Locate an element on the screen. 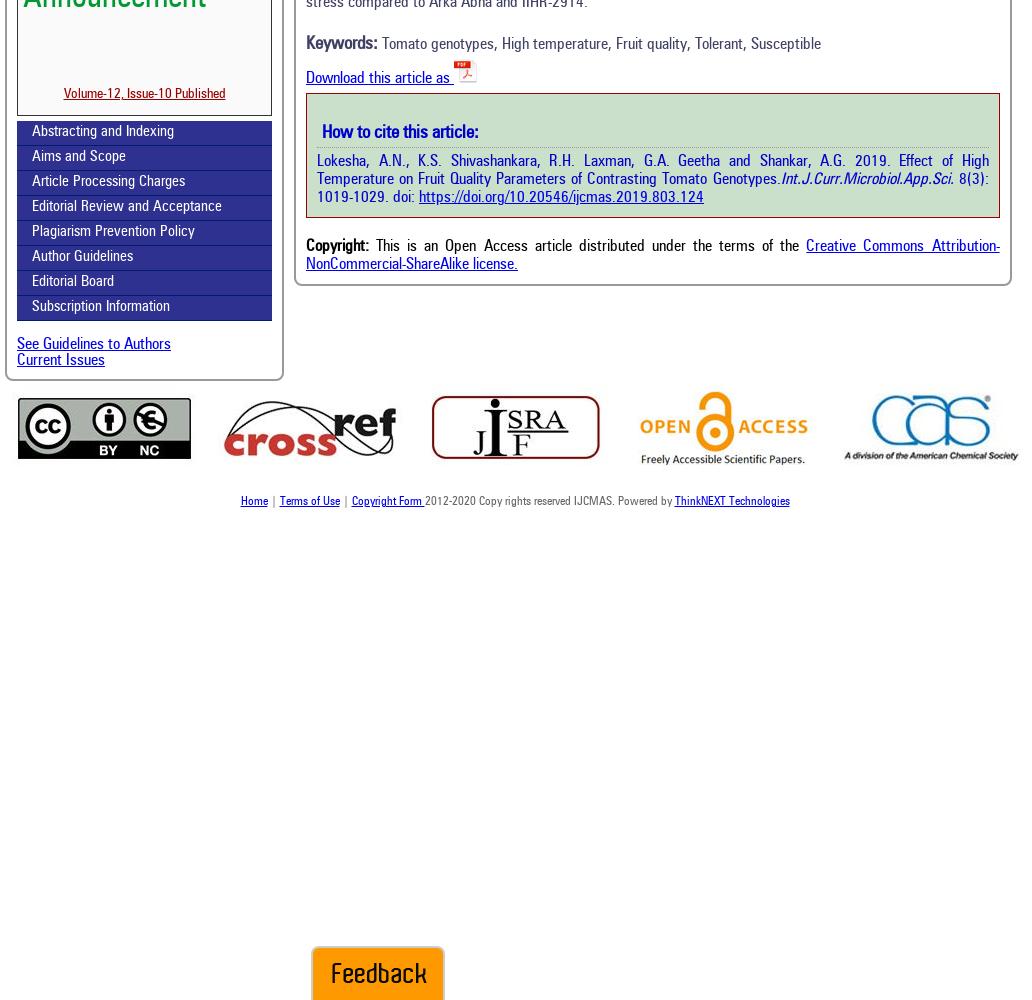 The height and width of the screenshot is (1000, 1032). 'Terms of Use' is located at coordinates (308, 502).